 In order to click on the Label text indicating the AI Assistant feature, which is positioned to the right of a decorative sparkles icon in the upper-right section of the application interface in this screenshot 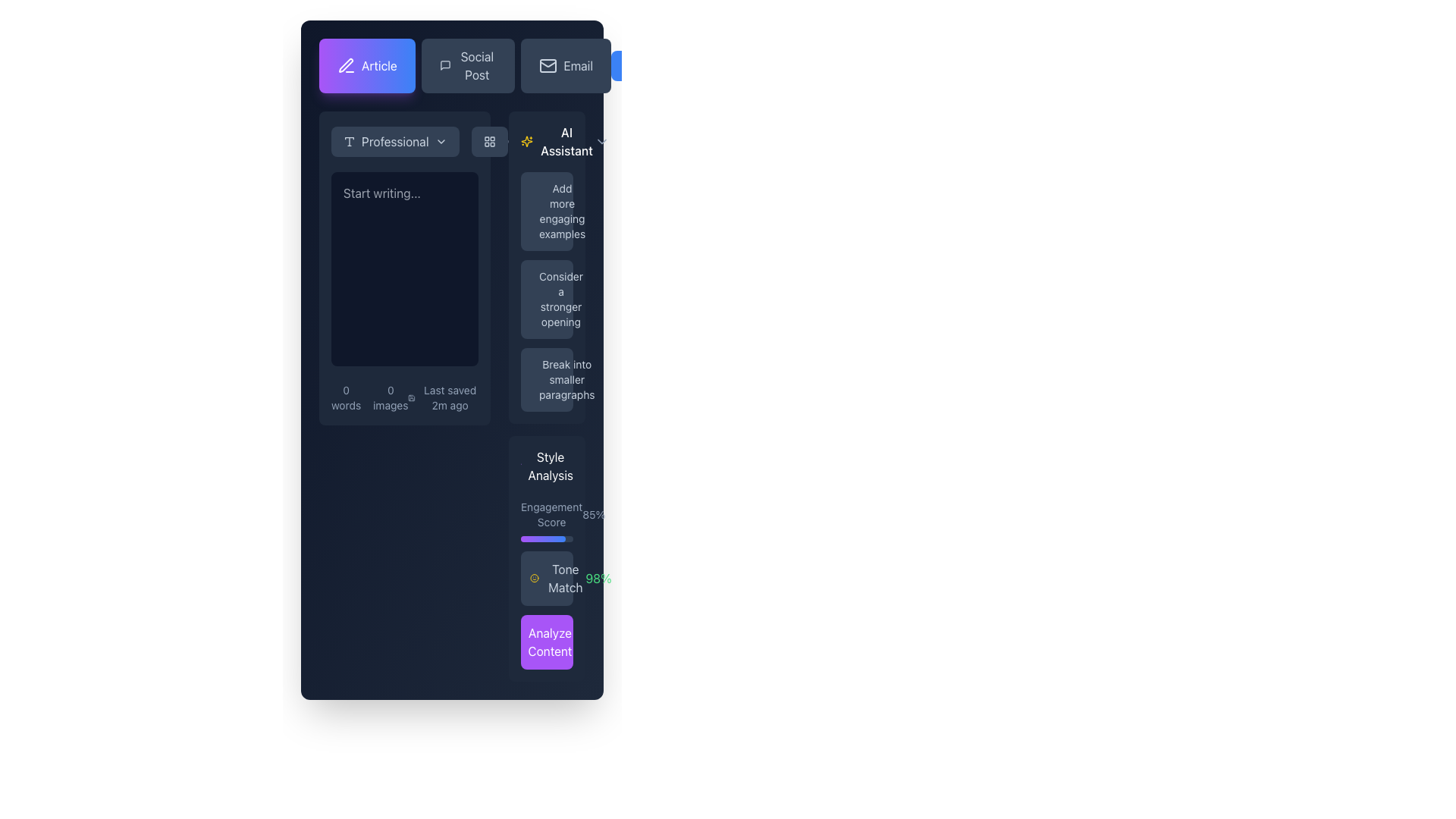, I will do `click(566, 141)`.